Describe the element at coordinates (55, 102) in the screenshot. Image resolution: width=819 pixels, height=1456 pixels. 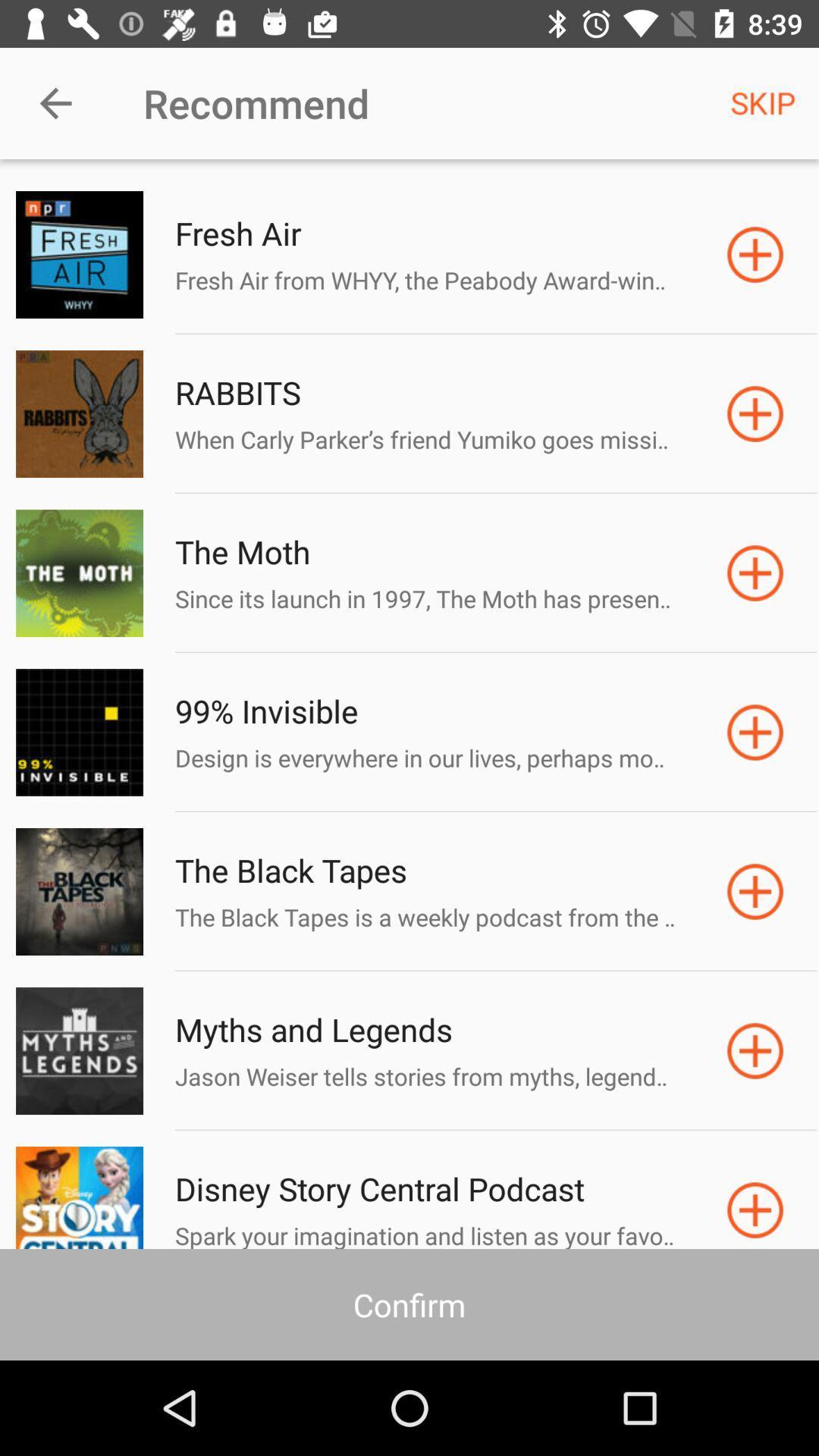
I see `icon next to recommend` at that location.